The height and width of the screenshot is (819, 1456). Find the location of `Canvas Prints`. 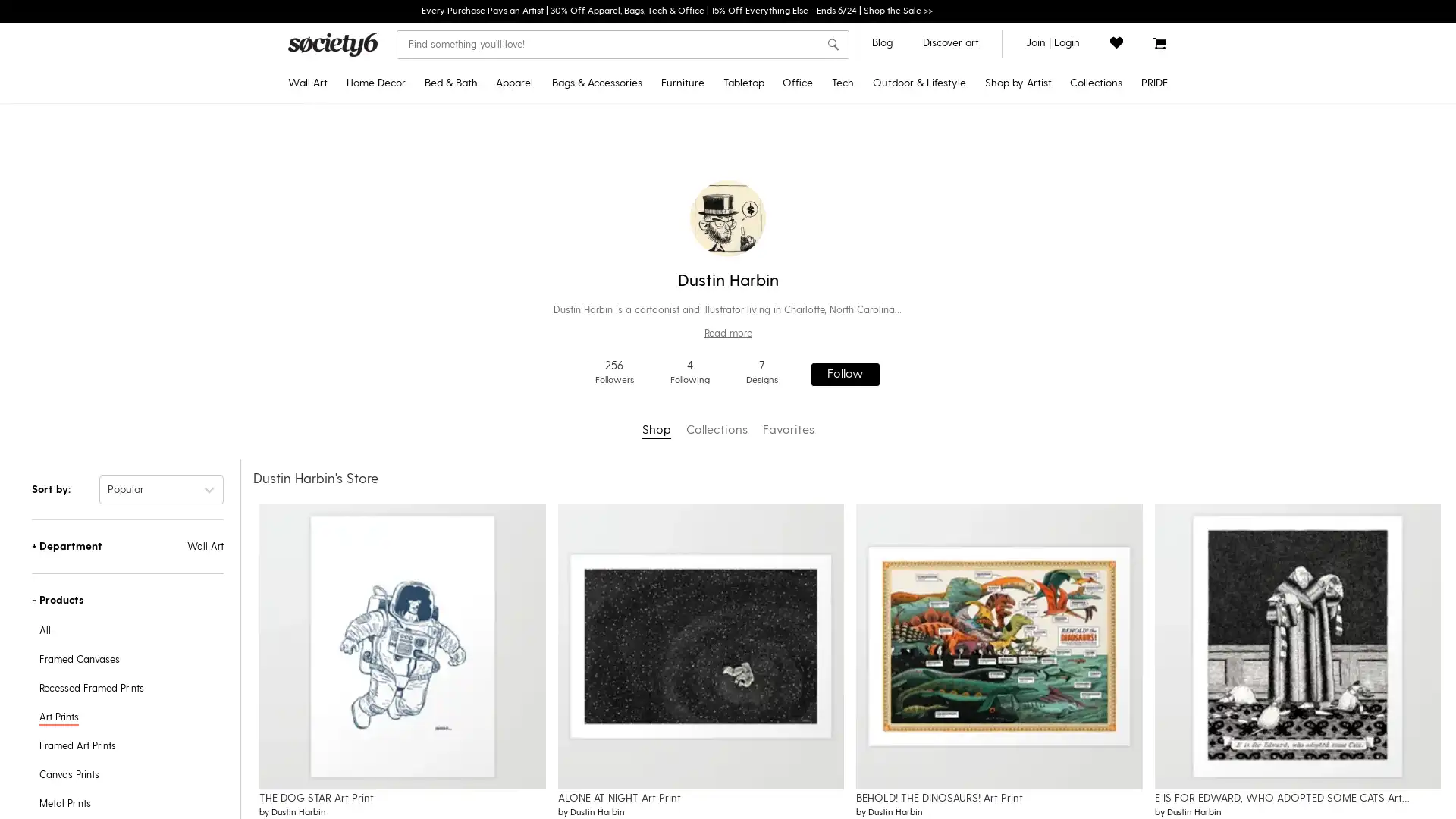

Canvas Prints is located at coordinates (356, 194).